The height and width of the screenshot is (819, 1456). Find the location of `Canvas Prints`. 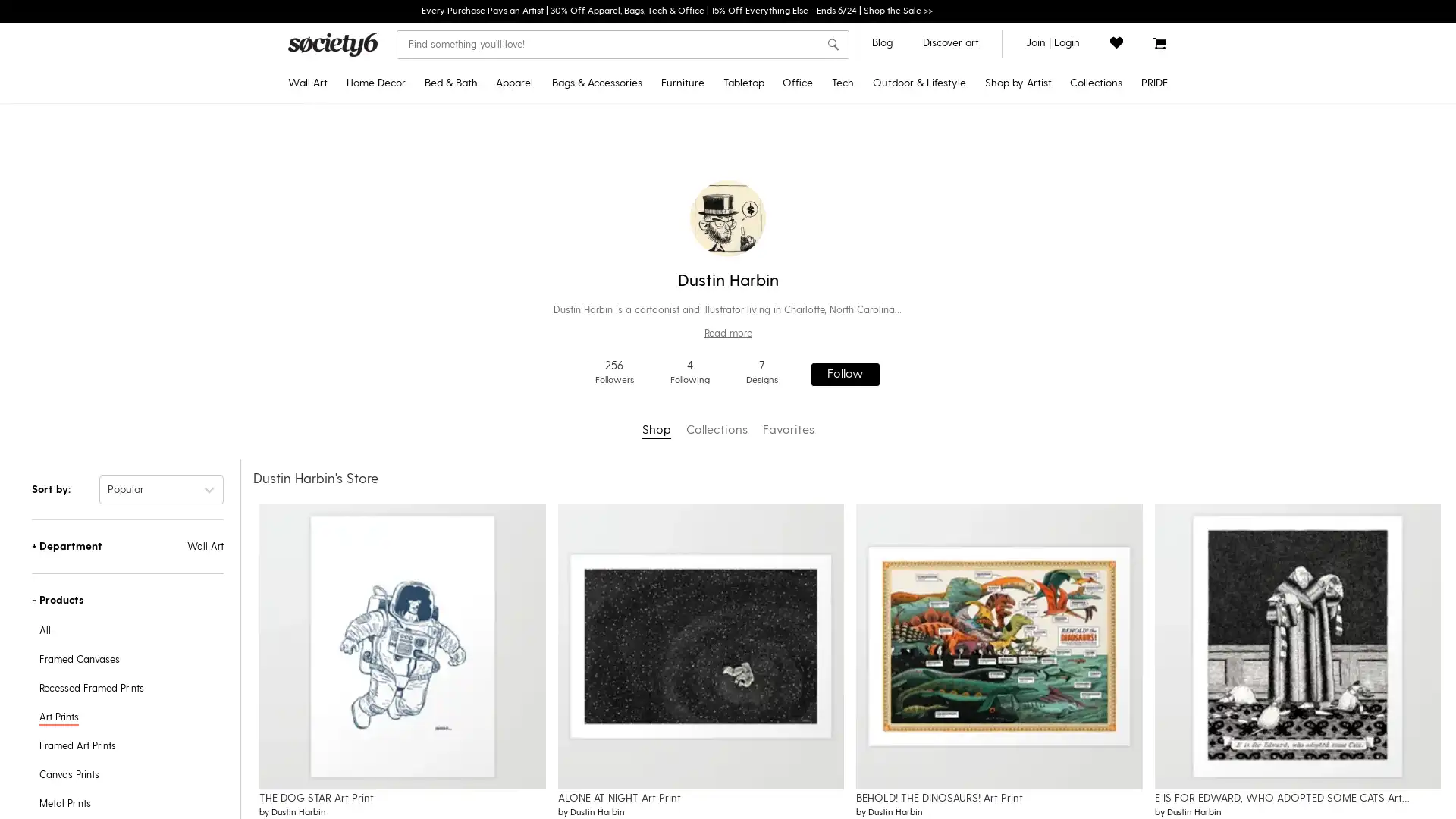

Canvas Prints is located at coordinates (356, 194).